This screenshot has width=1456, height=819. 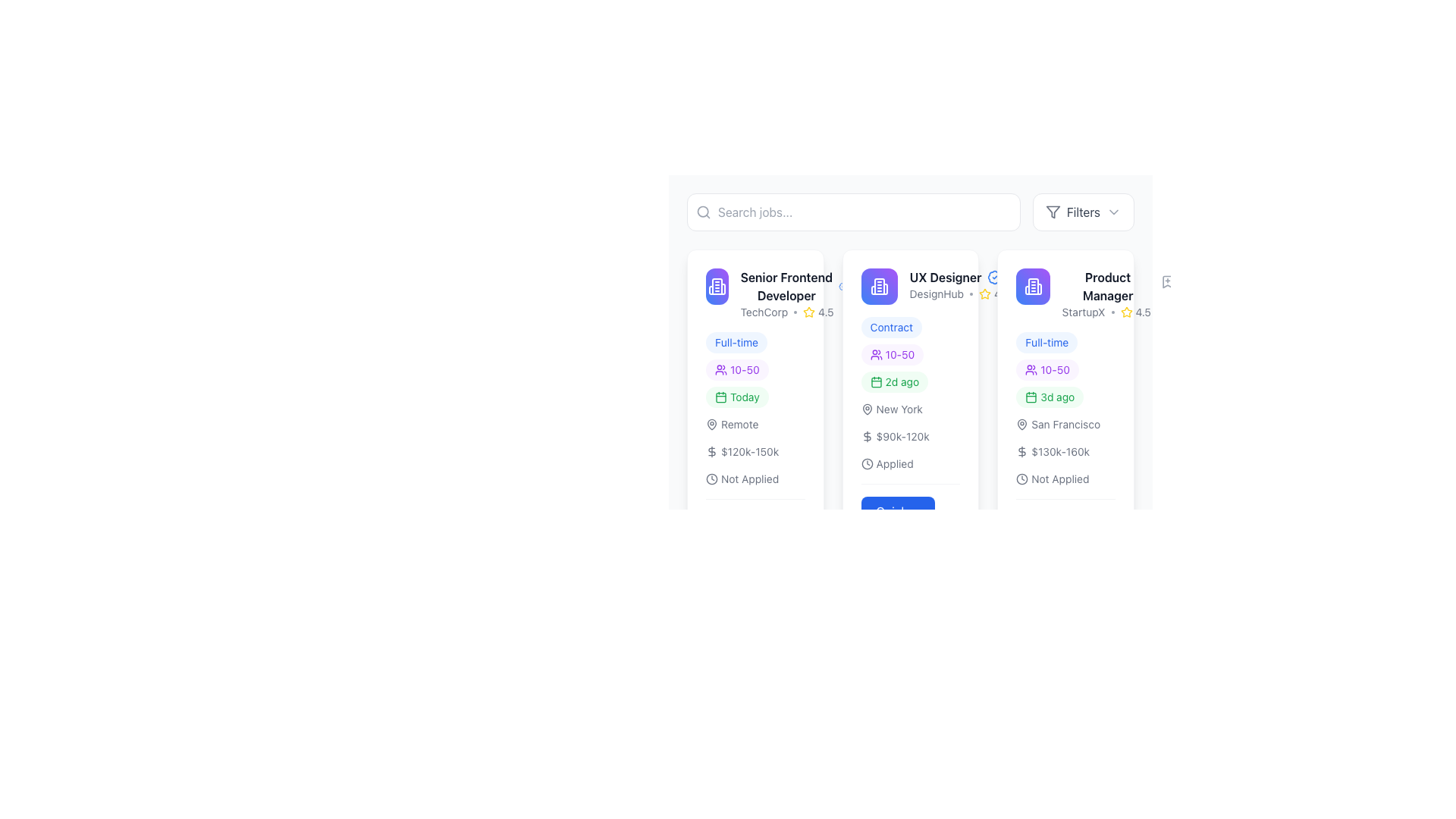 What do you see at coordinates (910, 436) in the screenshot?
I see `the informational text group displaying 'New York', '$90k-120k', and 'Applied'` at bounding box center [910, 436].